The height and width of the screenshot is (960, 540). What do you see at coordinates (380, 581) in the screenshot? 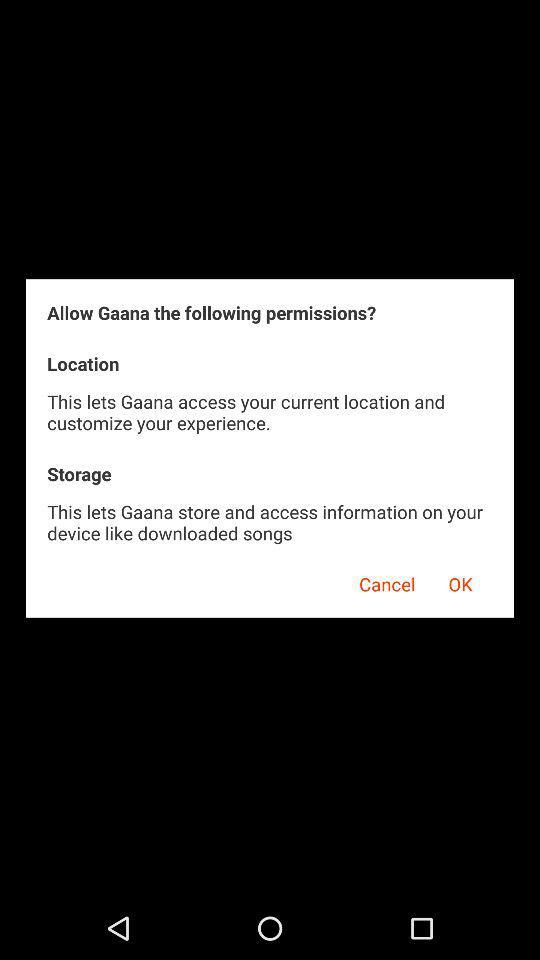
I see `item to the left of ok item` at bounding box center [380, 581].